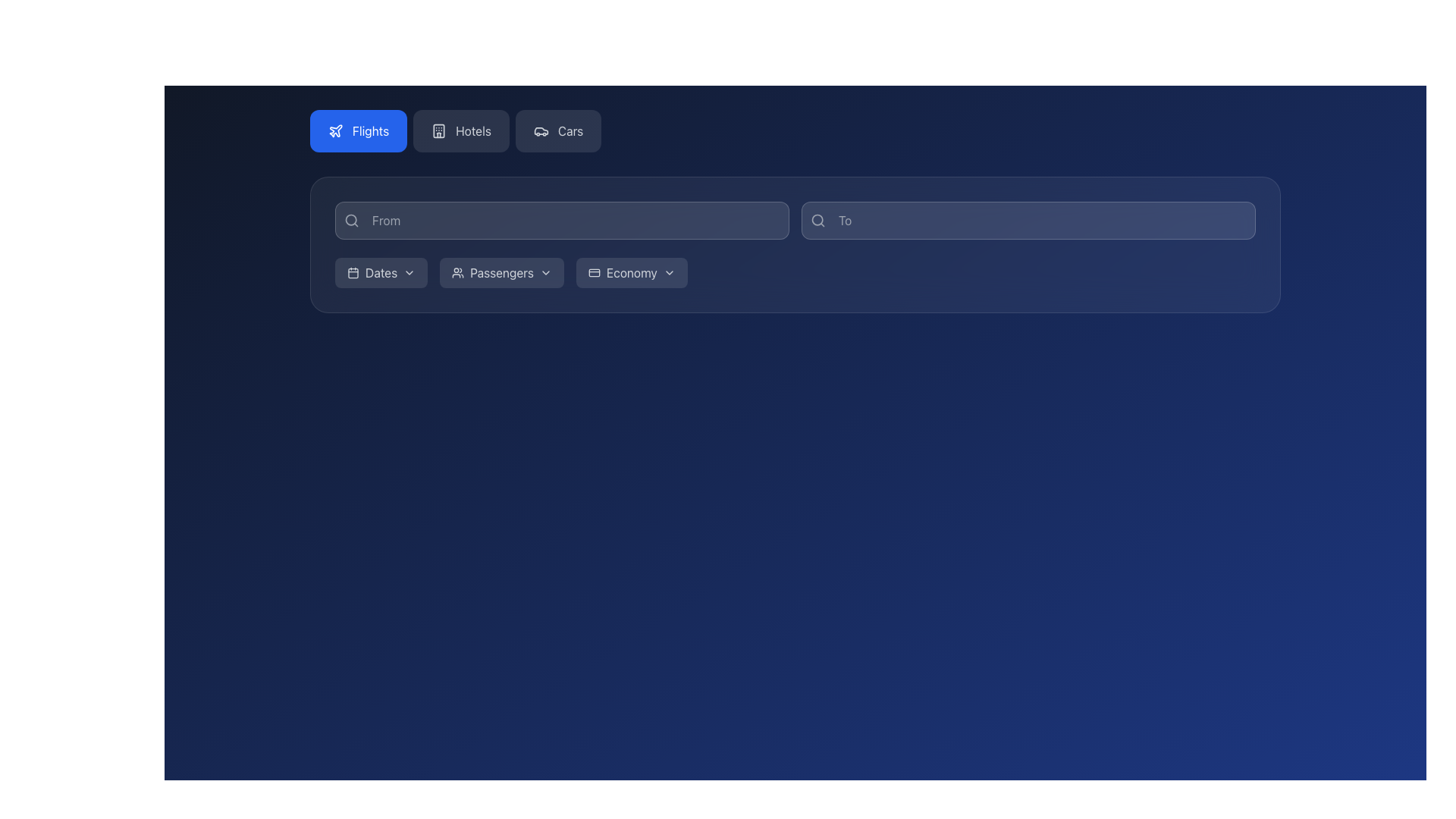 Image resolution: width=1456 pixels, height=819 pixels. I want to click on the button containing the gray SVG icon of a group of users, which is located to the left of the 'Passengers' label, so click(457, 271).